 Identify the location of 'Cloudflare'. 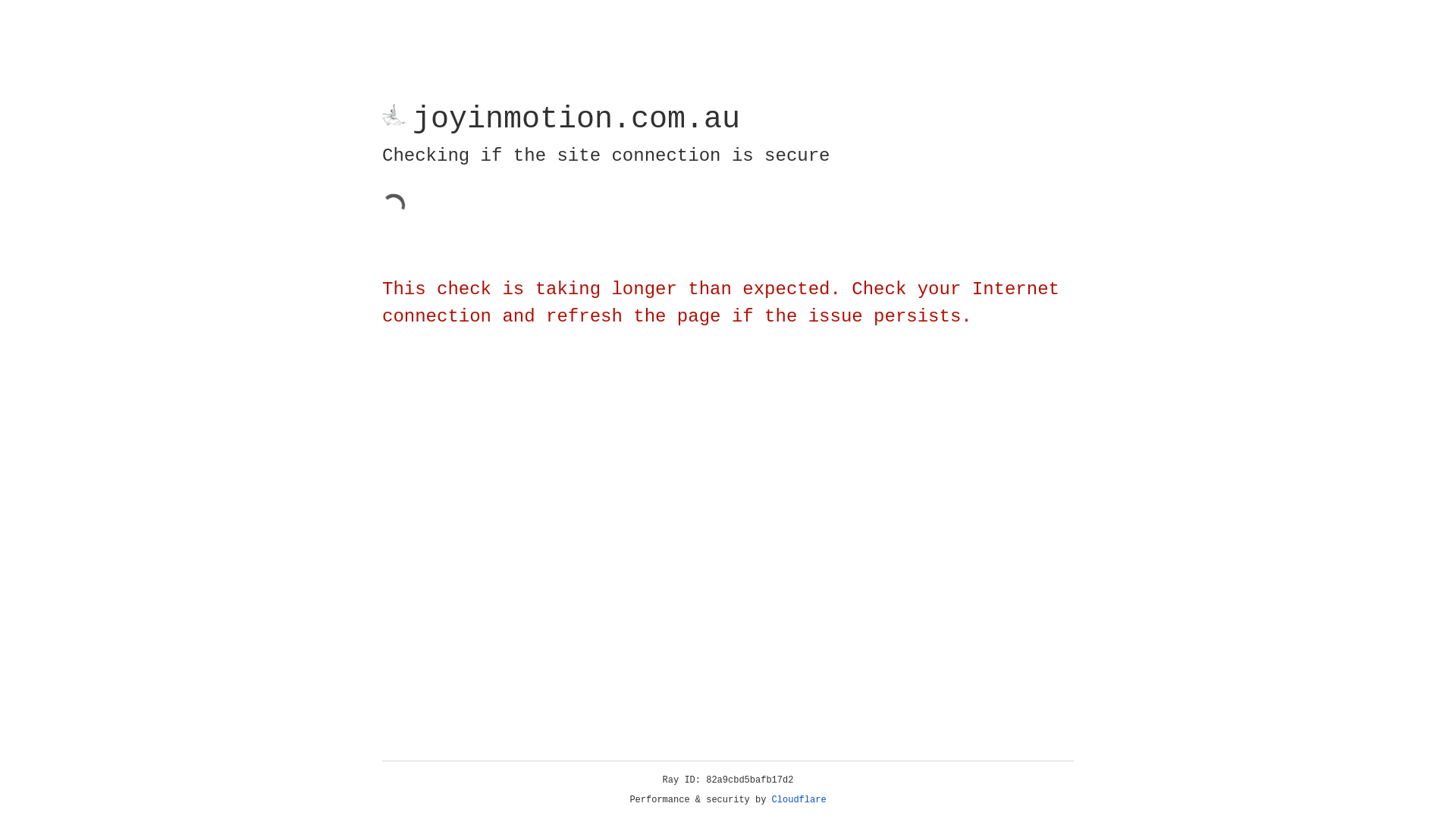
(799, 799).